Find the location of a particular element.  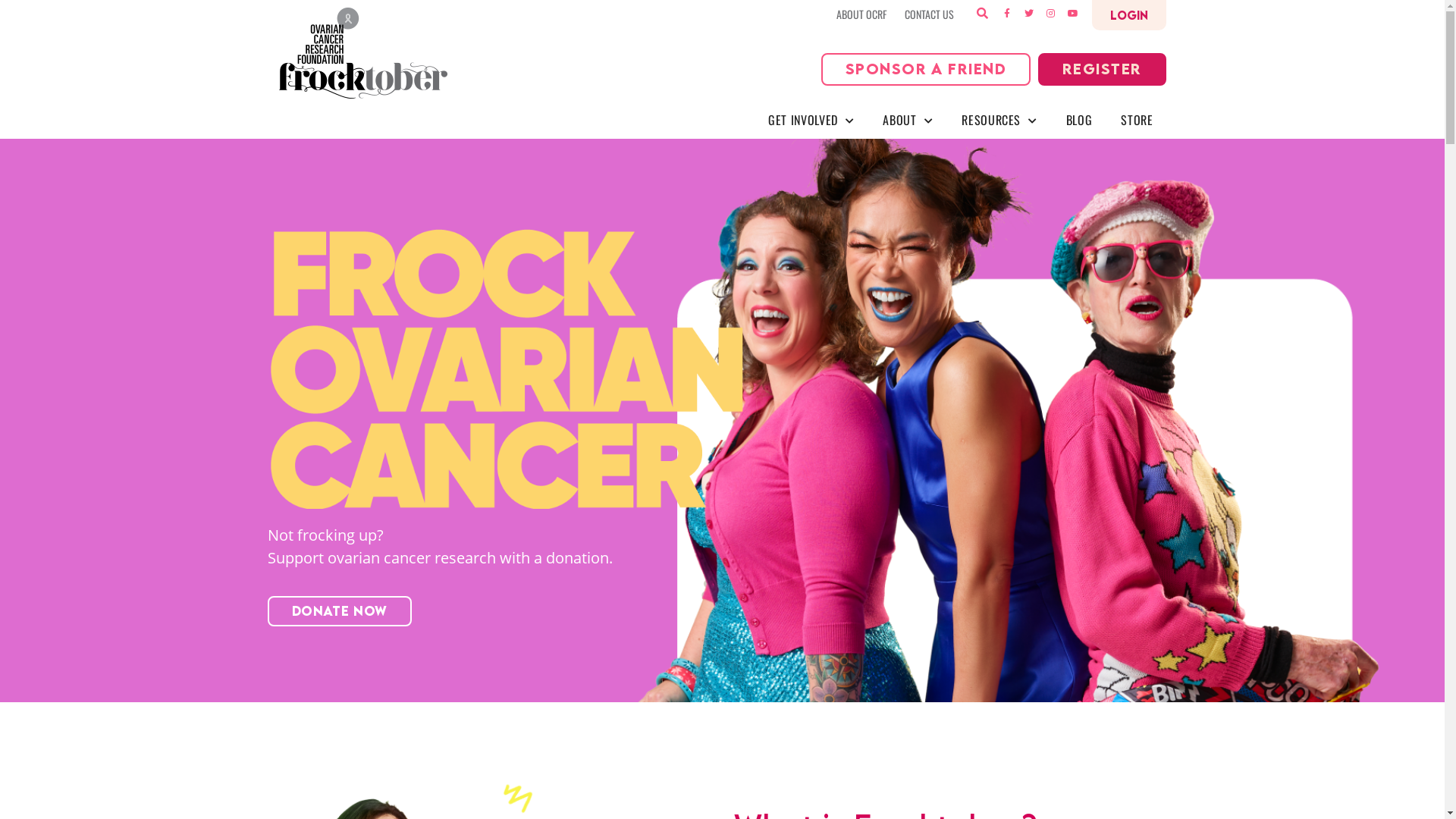

'GET INVOLVED' is located at coordinates (810, 119).